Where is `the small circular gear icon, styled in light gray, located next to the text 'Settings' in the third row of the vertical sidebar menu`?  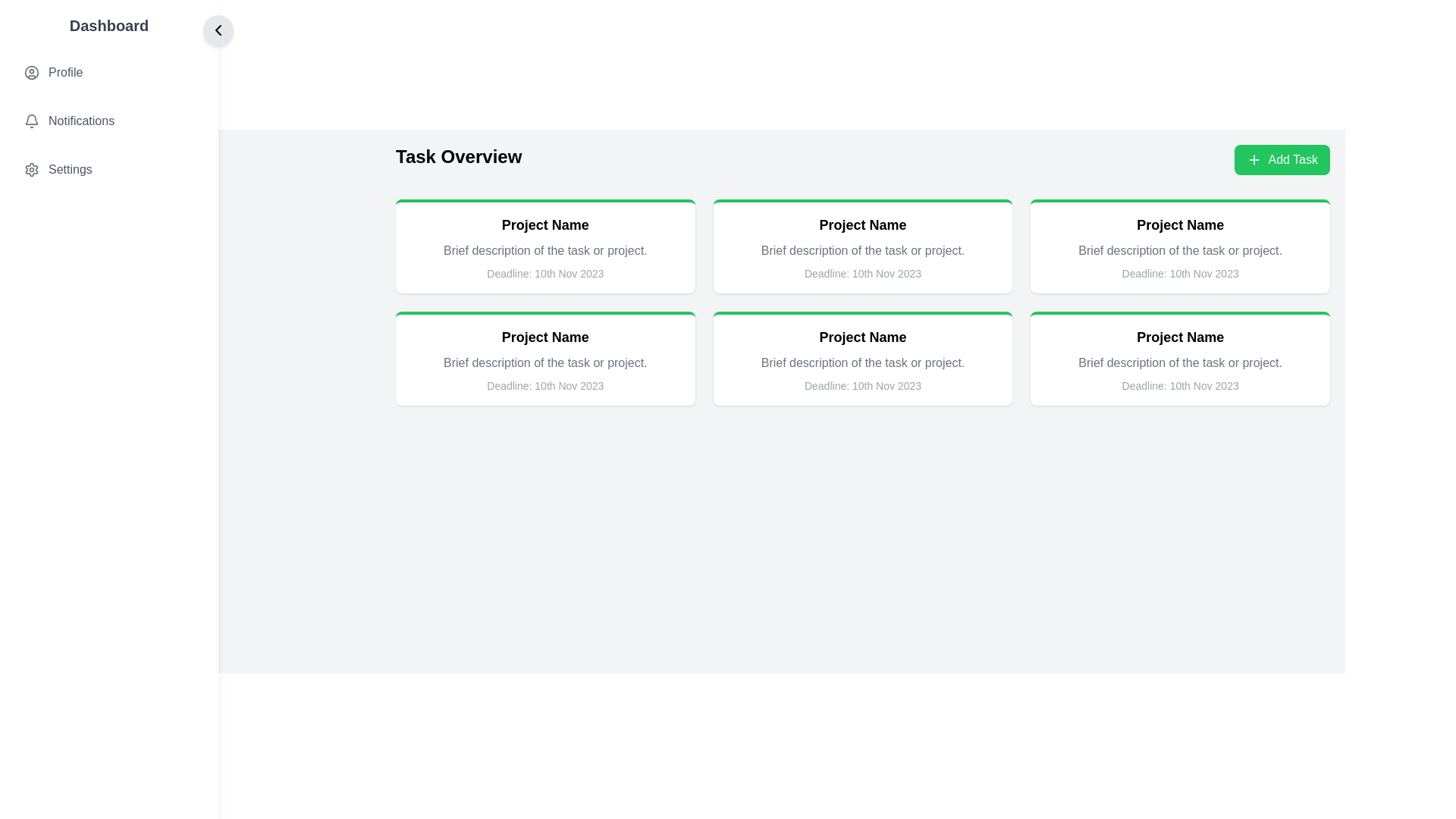
the small circular gear icon, styled in light gray, located next to the text 'Settings' in the third row of the vertical sidebar menu is located at coordinates (32, 169).